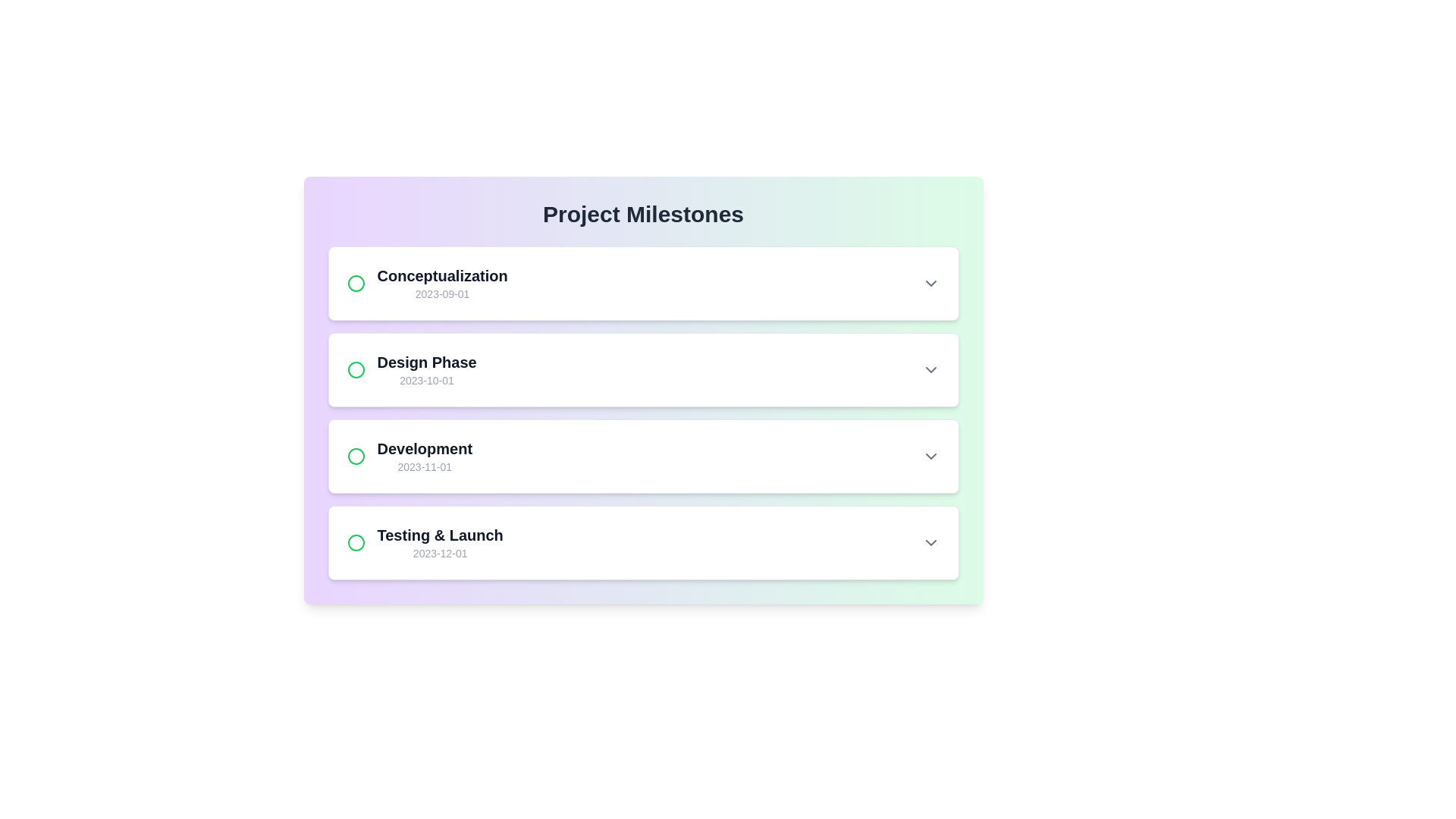  I want to click on the '2023-11-01' date below the 'Development' milestone in the list, so click(409, 455).